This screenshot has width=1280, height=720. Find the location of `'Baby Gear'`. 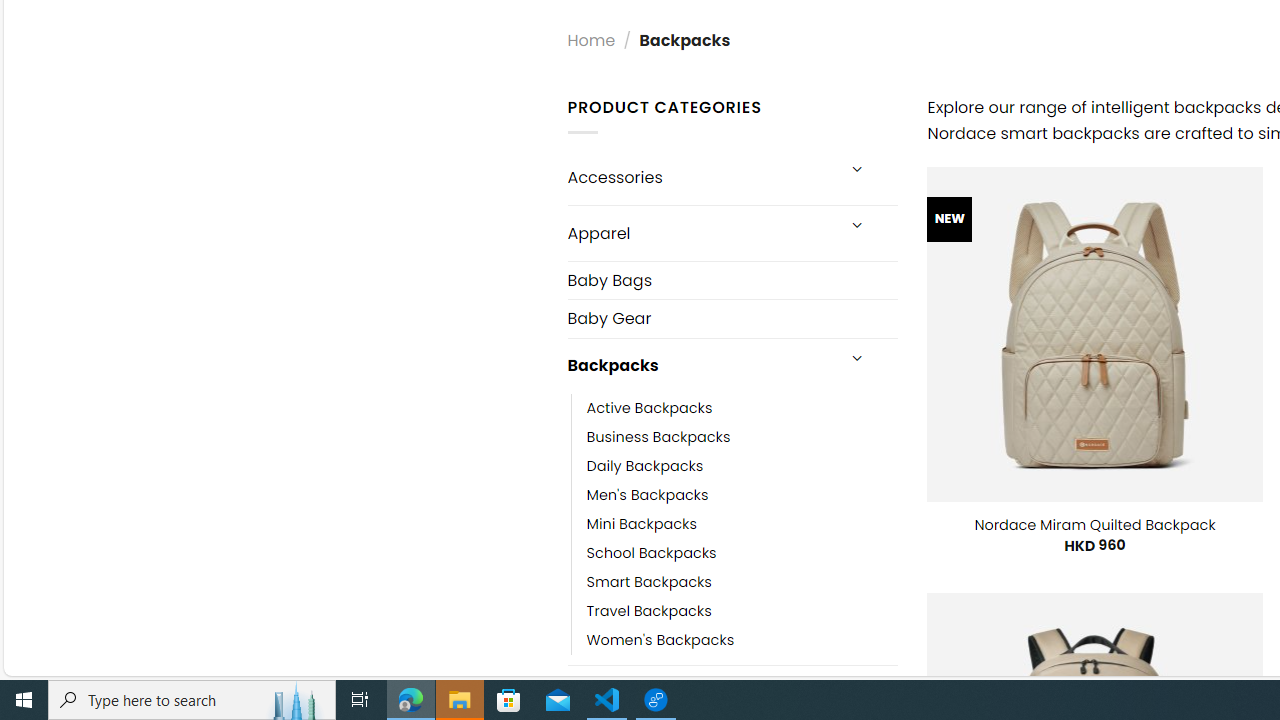

'Baby Gear' is located at coordinates (731, 317).